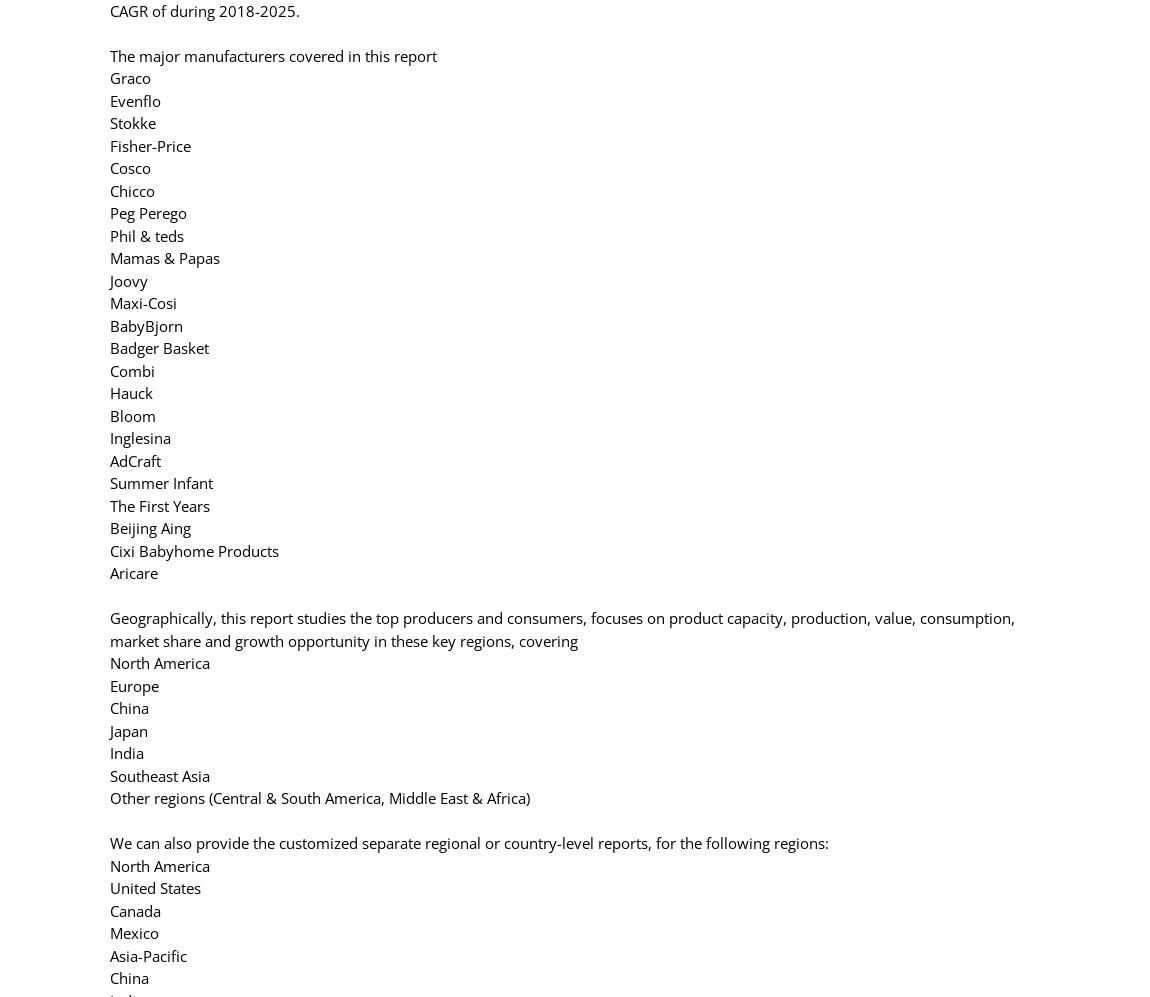 Image resolution: width=1150 pixels, height=997 pixels. Describe the element at coordinates (147, 212) in the screenshot. I see `'Peg Perego'` at that location.